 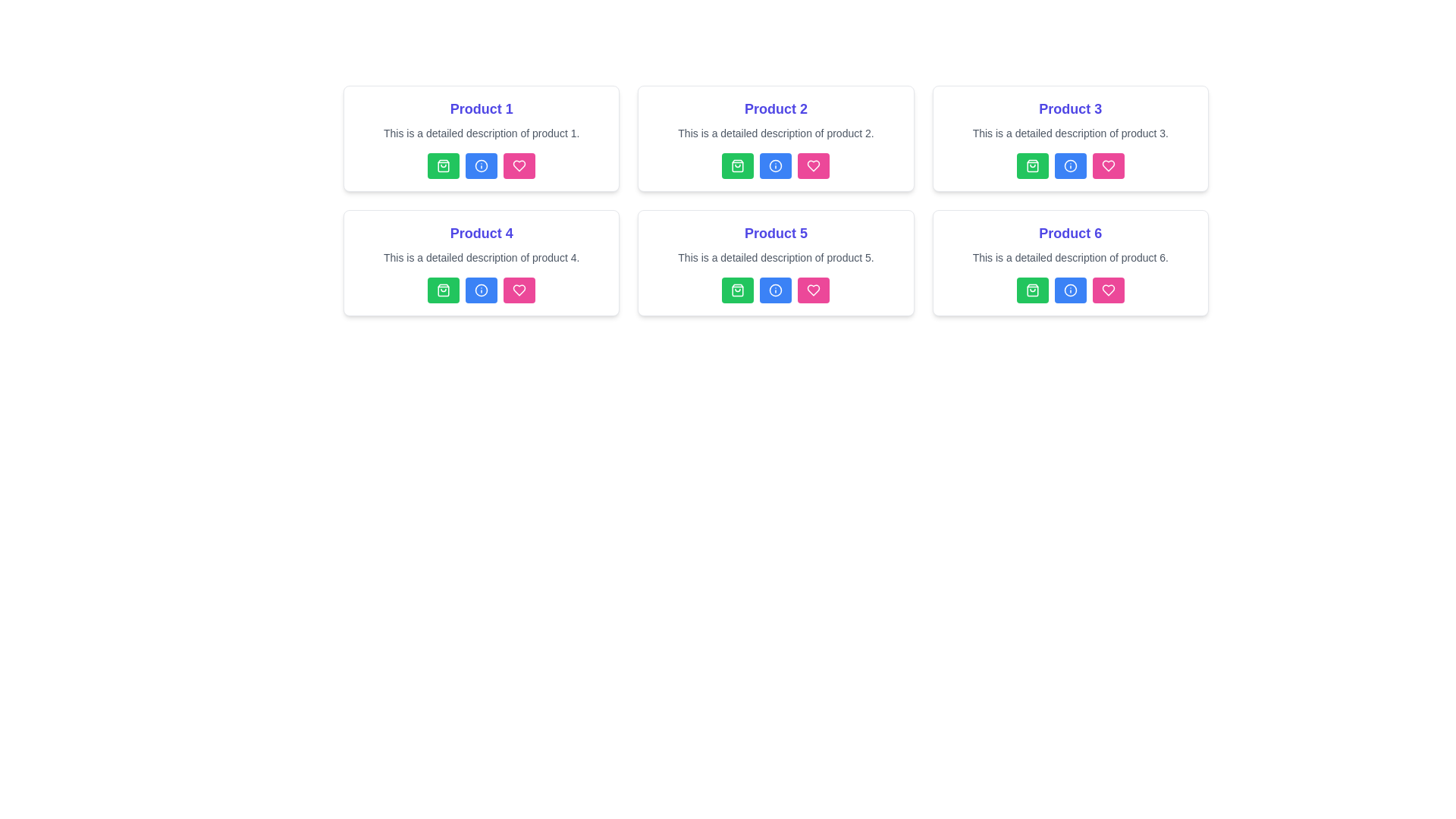 What do you see at coordinates (1108, 290) in the screenshot?
I see `the 'like' or 'favorite' button, which is the third icon in the action button row below the description of the product card titled 'Product 6' located at the bottom right of the interface` at bounding box center [1108, 290].